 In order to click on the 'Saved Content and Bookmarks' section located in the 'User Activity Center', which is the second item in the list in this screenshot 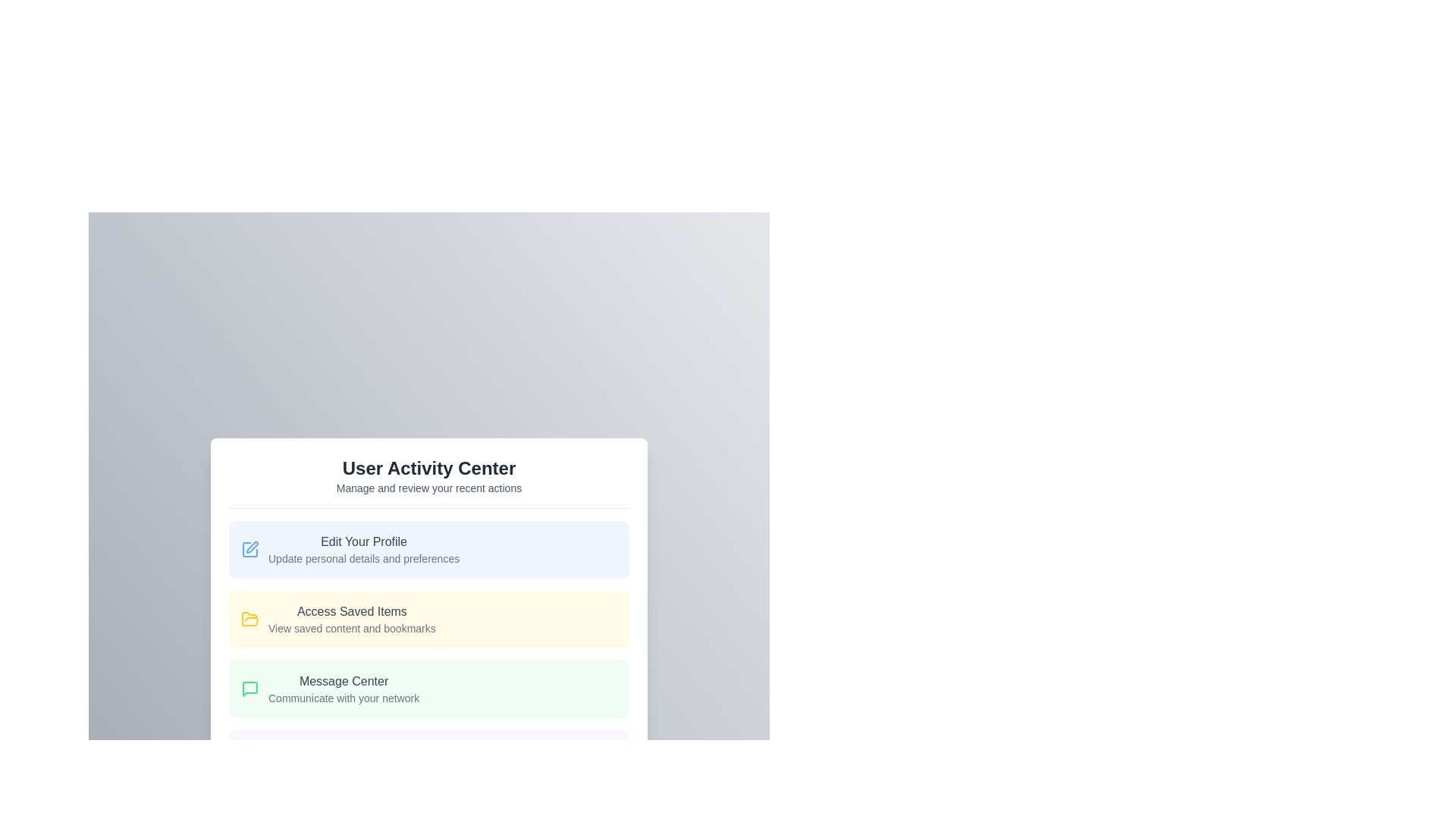, I will do `click(428, 622)`.